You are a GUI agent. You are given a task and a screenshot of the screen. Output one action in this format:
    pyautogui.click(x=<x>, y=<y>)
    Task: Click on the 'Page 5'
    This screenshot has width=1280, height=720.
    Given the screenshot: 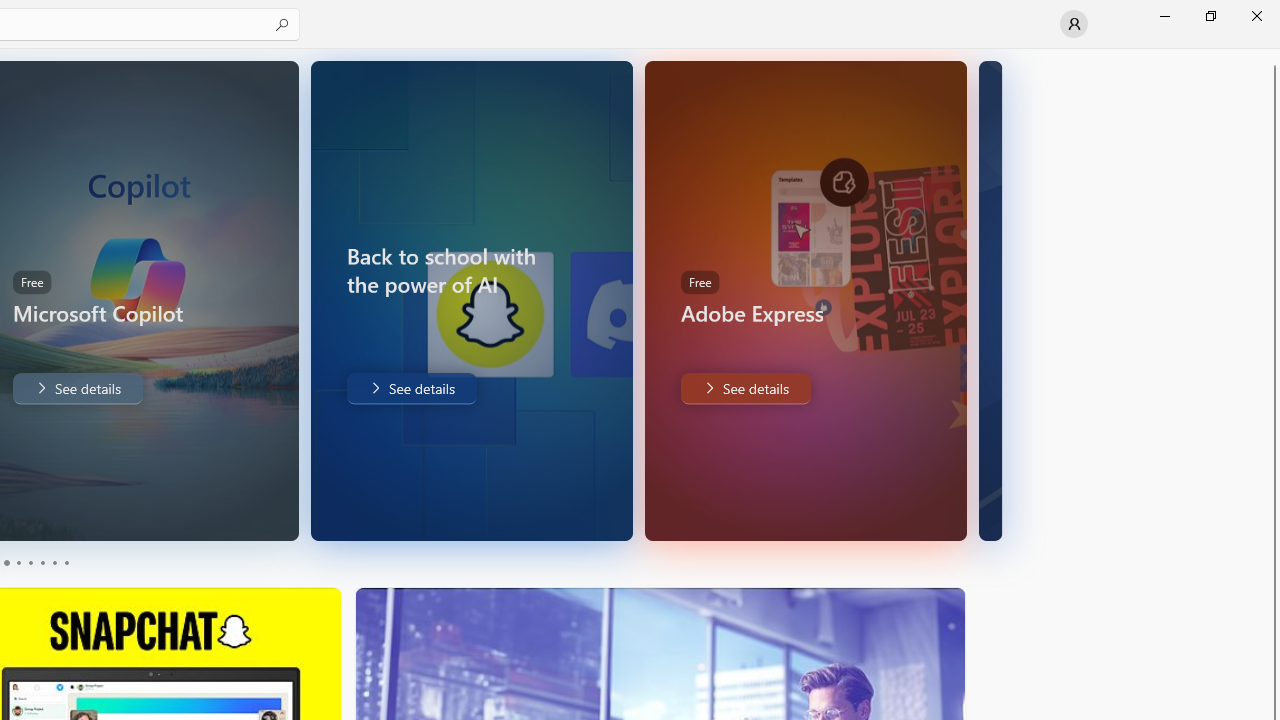 What is the action you would take?
    pyautogui.click(x=54, y=563)
    